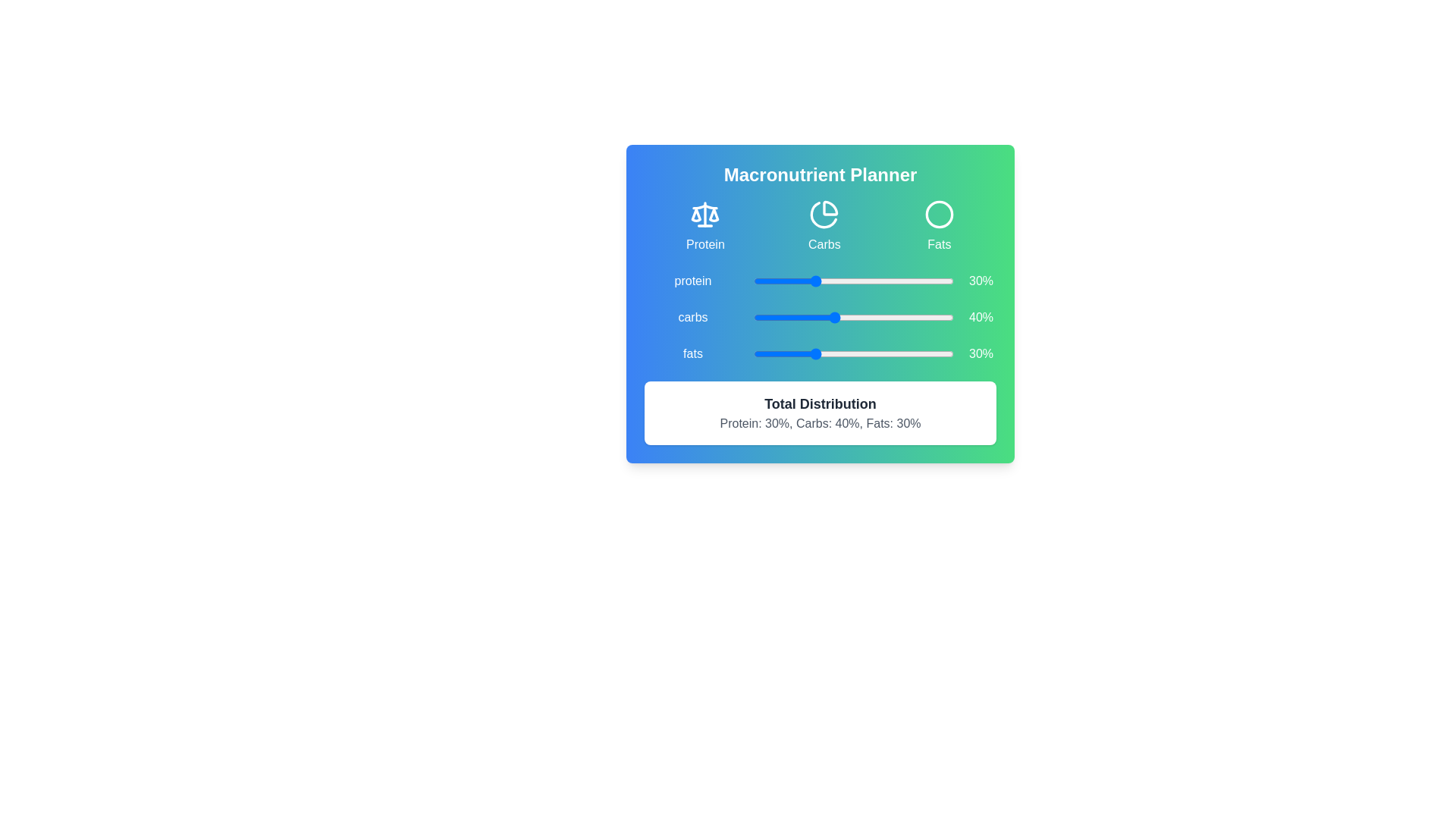  What do you see at coordinates (803, 353) in the screenshot?
I see `the fats slider` at bounding box center [803, 353].